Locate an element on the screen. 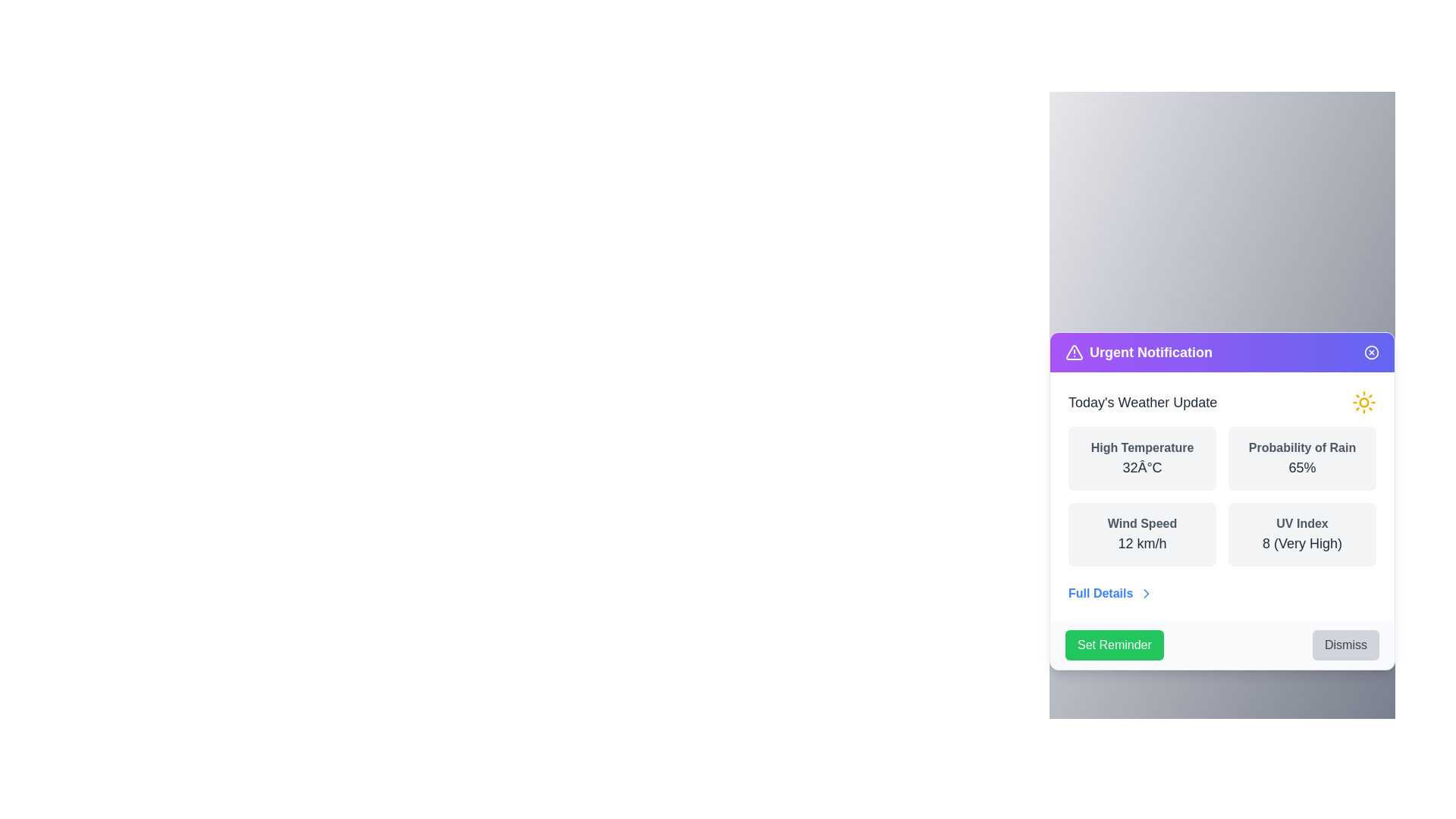 This screenshot has width=1456, height=819. the small right-pointing chevron icon located to the right of the bold text 'Full Details' for additional information is located at coordinates (1147, 593).